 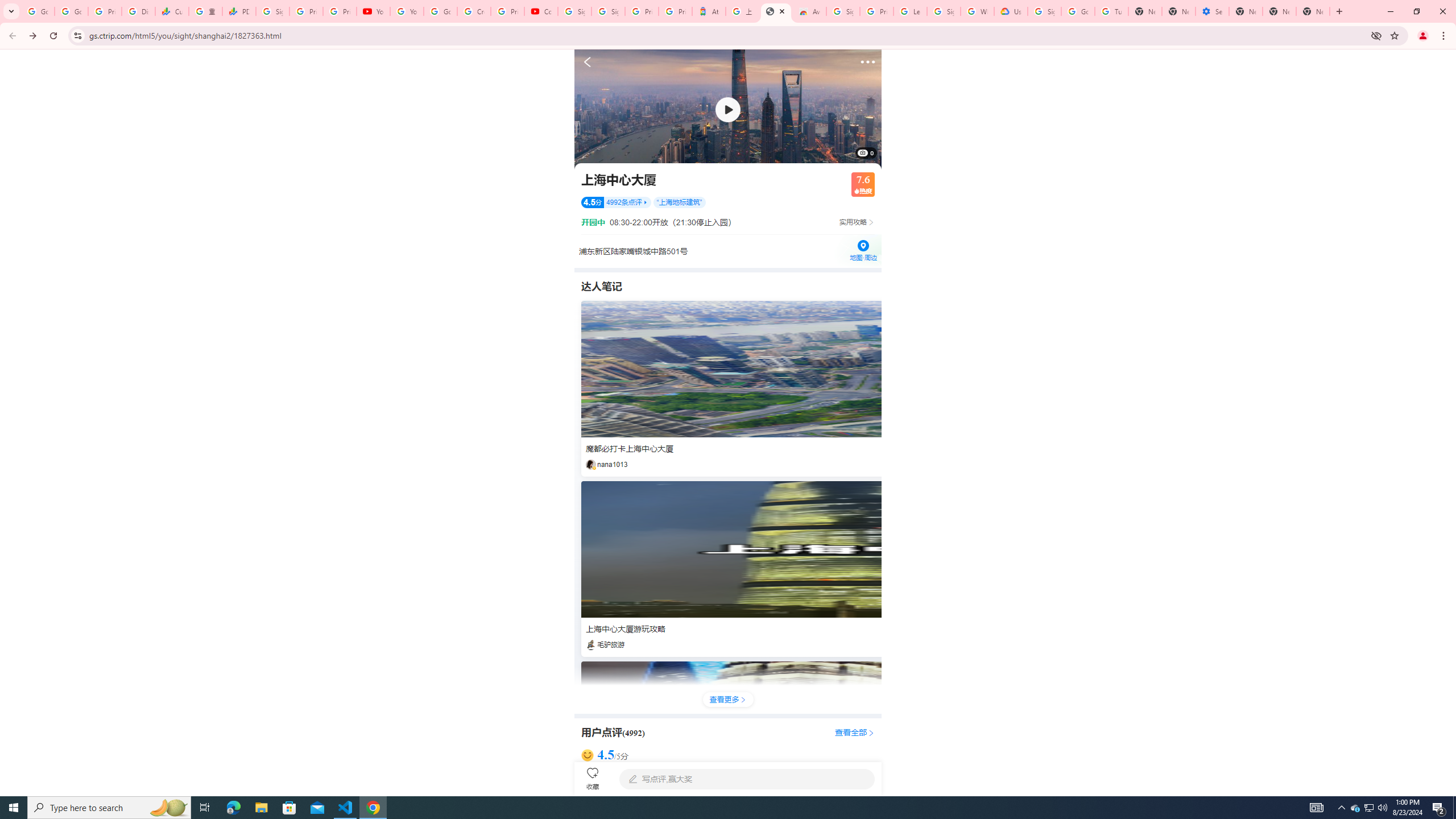 I want to click on 'To get missing image descriptions, open the context menu.', so click(x=728, y=109).